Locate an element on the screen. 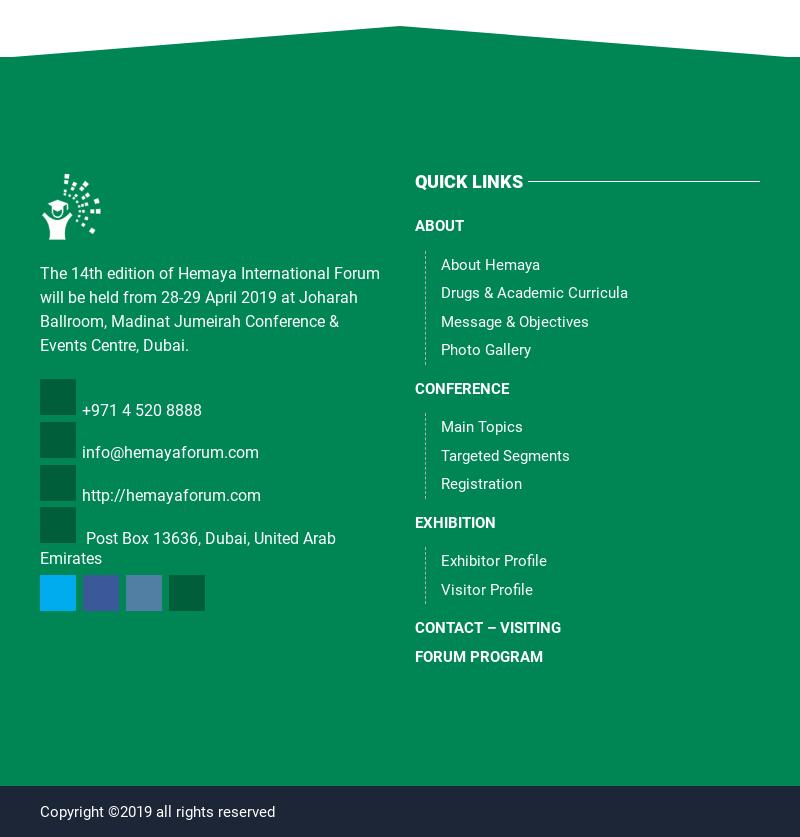 The image size is (800, 837). 'info@hemayaforum.com' is located at coordinates (169, 451).